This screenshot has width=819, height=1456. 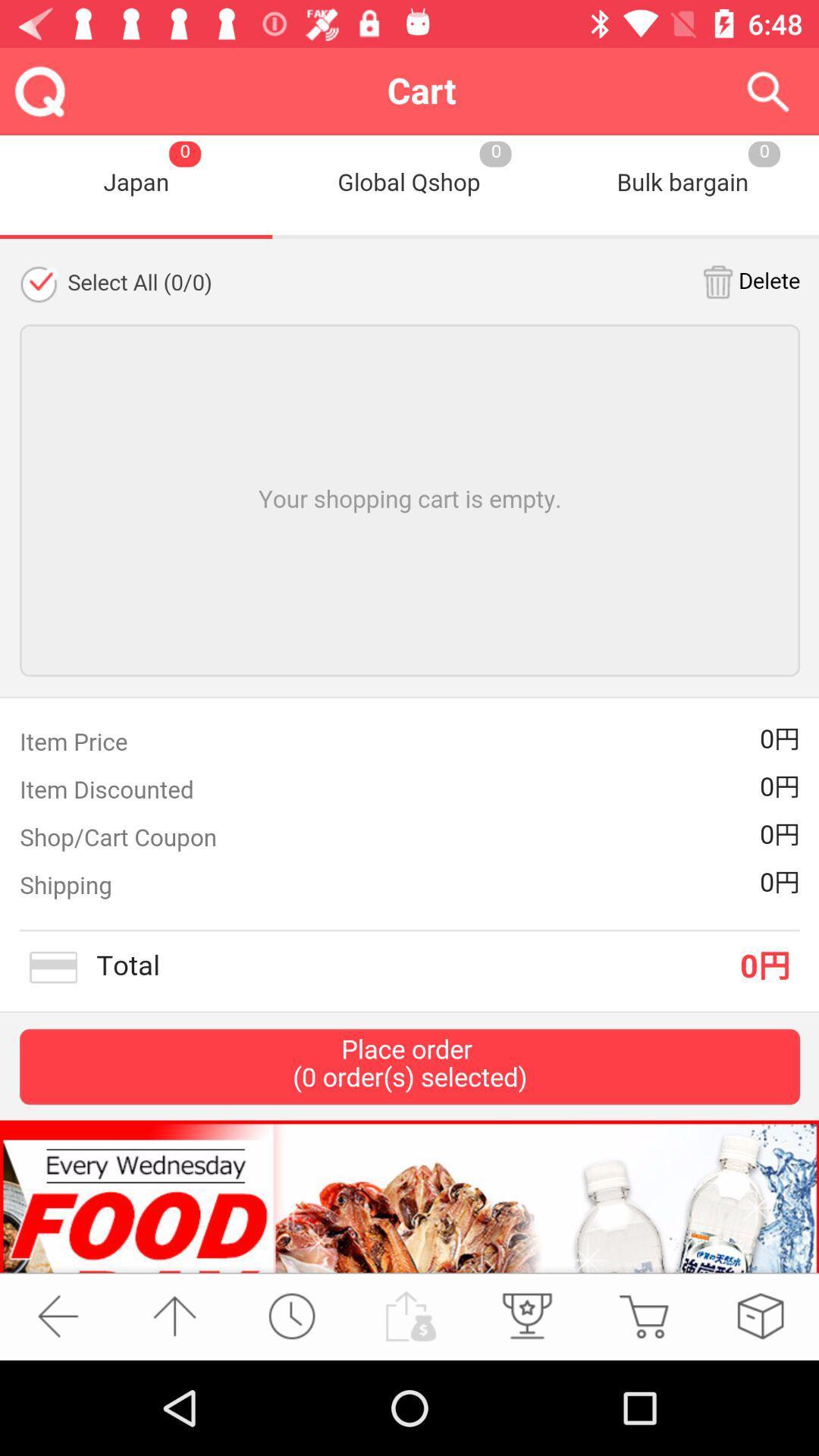 What do you see at coordinates (57, 1315) in the screenshot?
I see `back` at bounding box center [57, 1315].